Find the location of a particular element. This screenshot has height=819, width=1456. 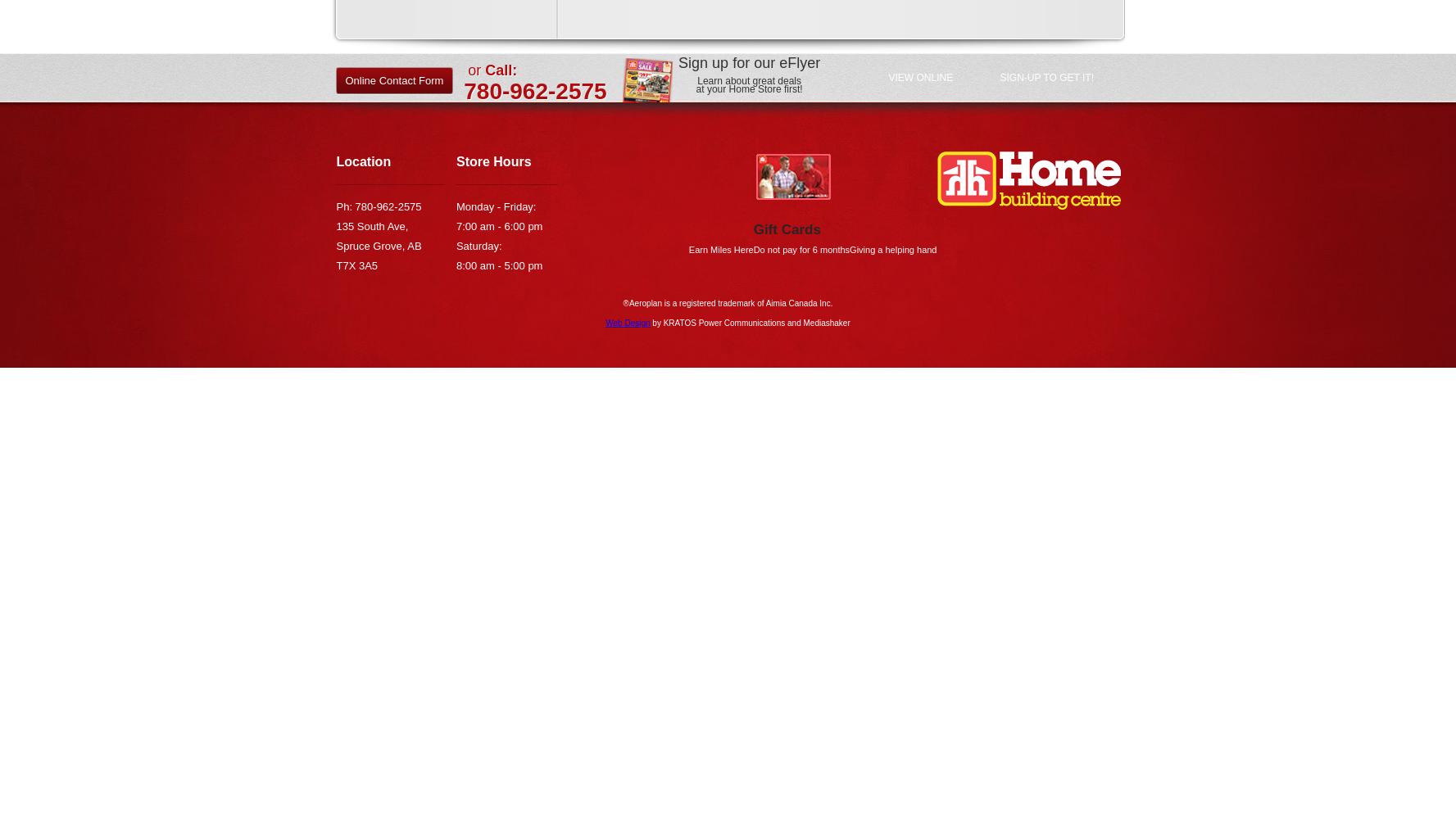

'Web Design' is located at coordinates (628, 322).